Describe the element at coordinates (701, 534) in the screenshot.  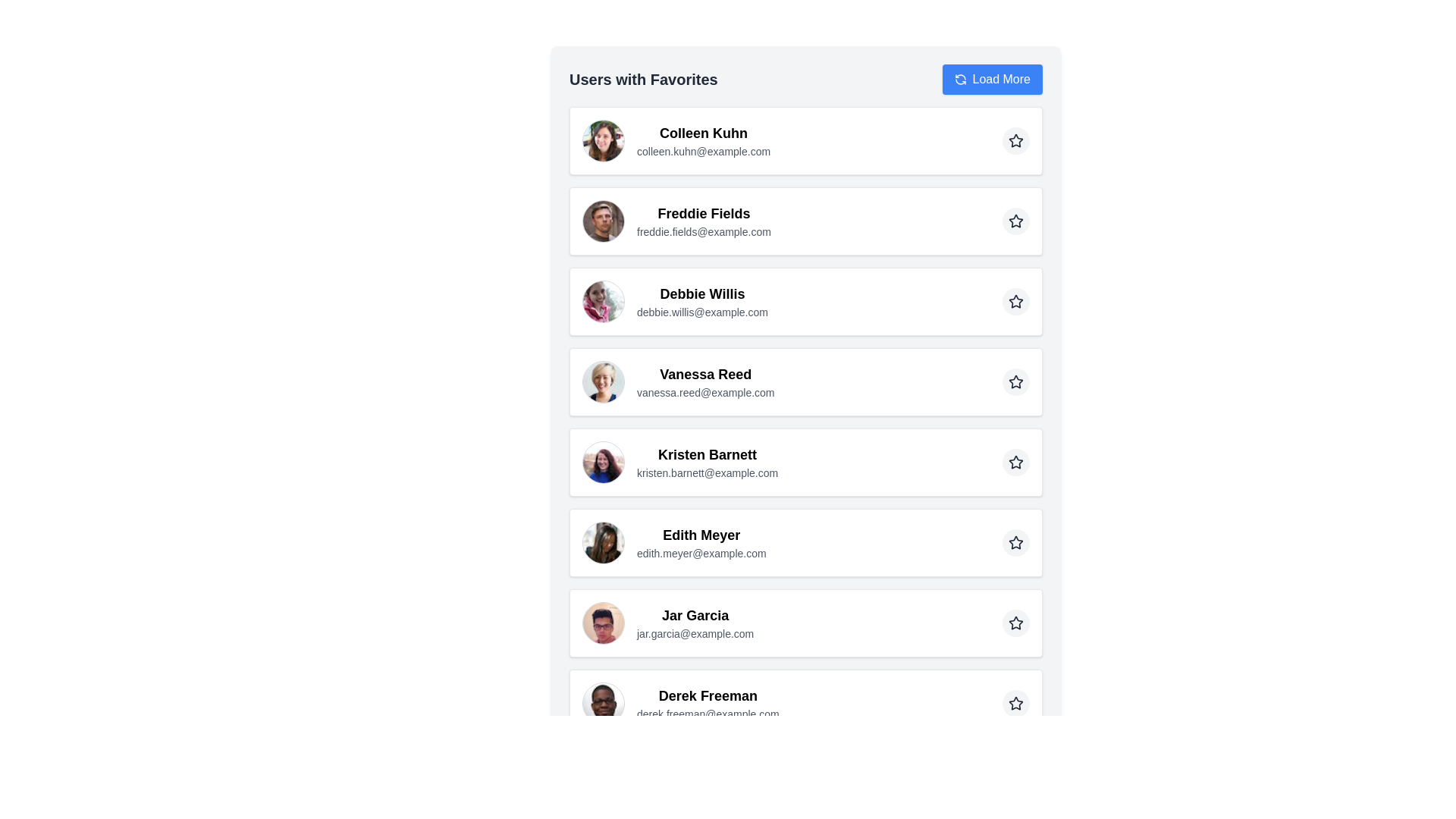
I see `the user name text label that is positioned between the profiles of 'Kristen Barnett' and 'Jar Garcia' in the user profile list` at that location.